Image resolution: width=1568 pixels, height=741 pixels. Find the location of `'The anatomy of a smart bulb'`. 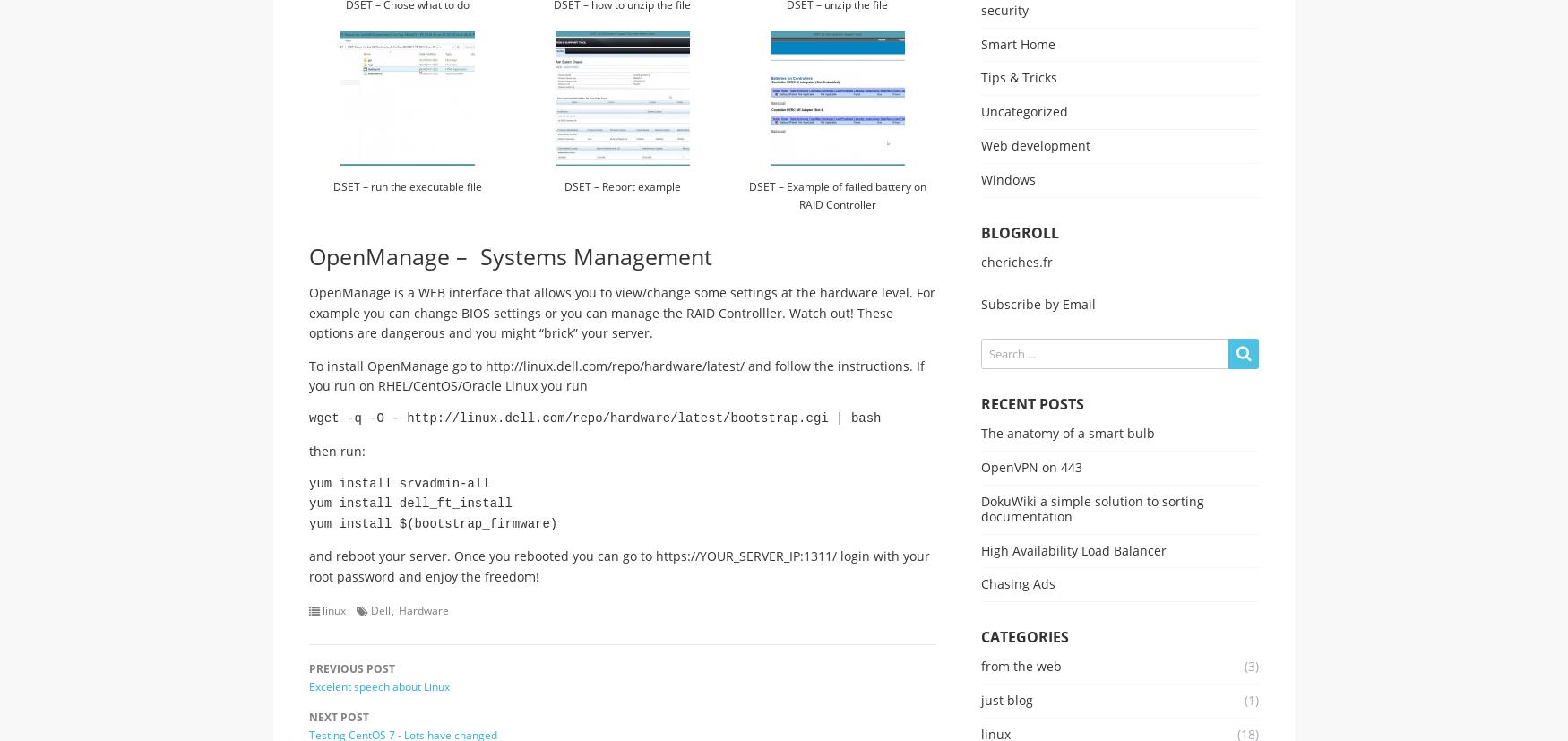

'The anatomy of a smart bulb' is located at coordinates (1067, 432).